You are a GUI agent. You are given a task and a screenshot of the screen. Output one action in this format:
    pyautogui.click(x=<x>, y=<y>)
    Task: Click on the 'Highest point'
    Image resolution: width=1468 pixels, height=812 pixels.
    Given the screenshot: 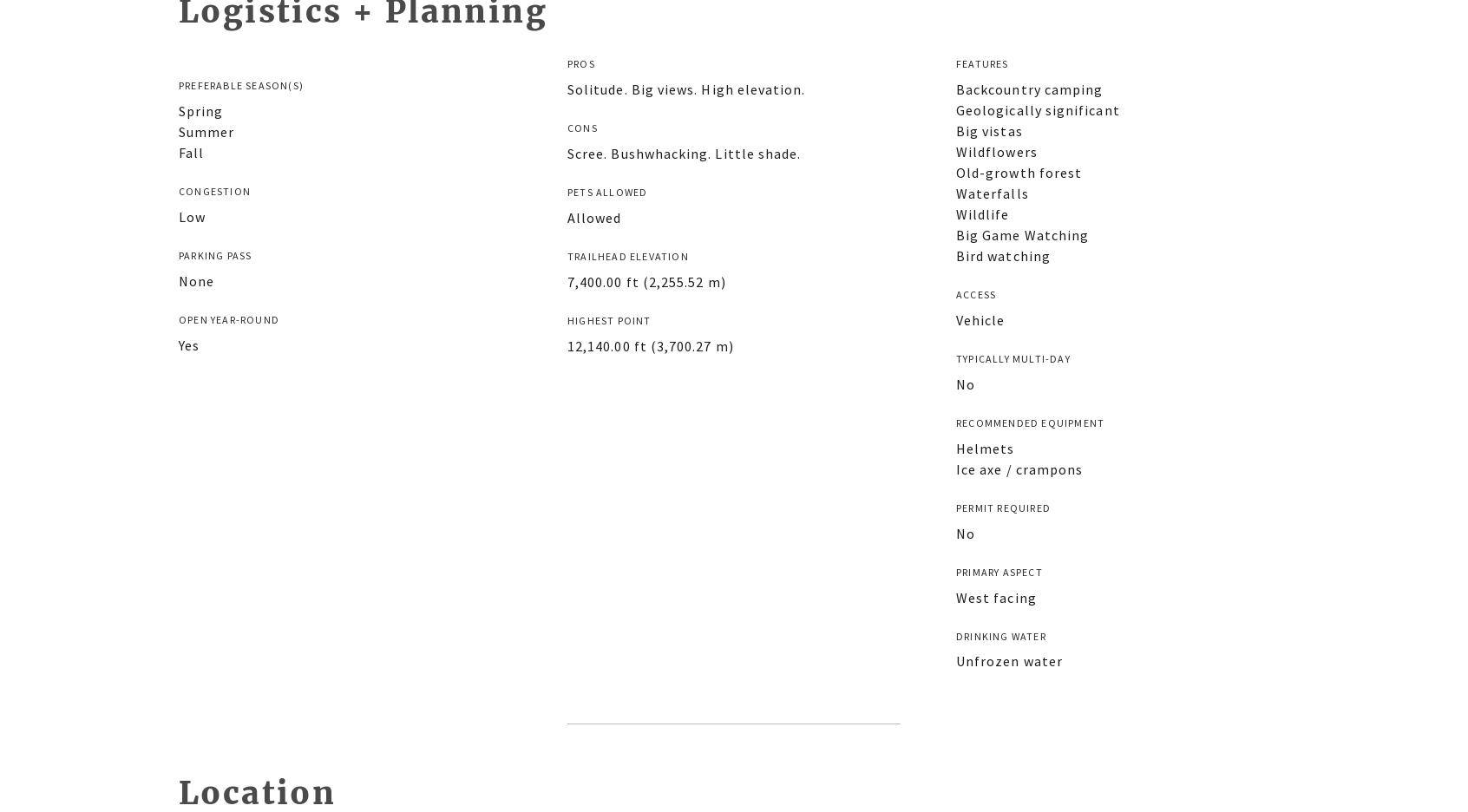 What is the action you would take?
    pyautogui.click(x=609, y=319)
    